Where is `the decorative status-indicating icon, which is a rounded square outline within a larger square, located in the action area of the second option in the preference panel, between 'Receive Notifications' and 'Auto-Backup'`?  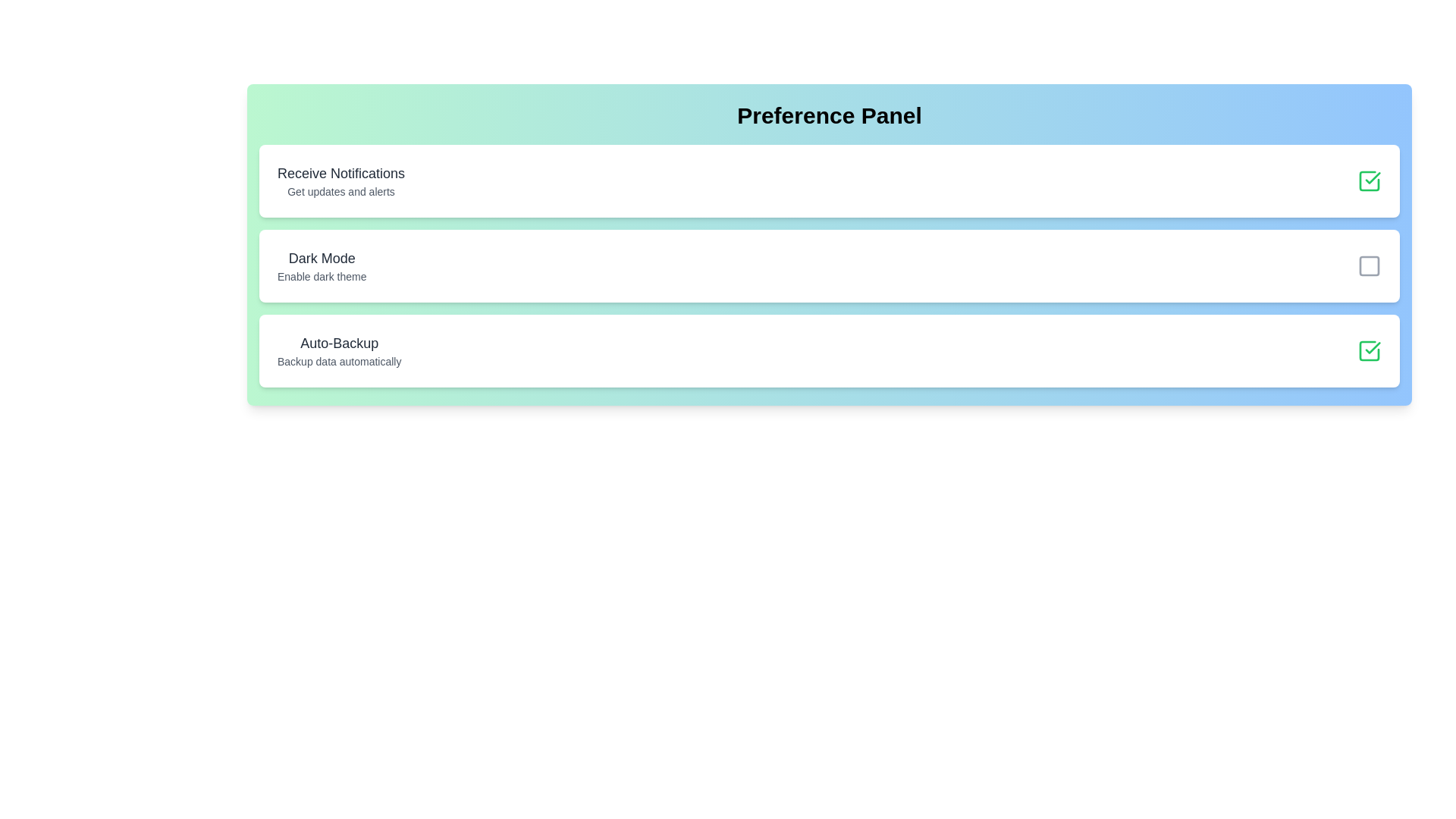 the decorative status-indicating icon, which is a rounded square outline within a larger square, located in the action area of the second option in the preference panel, between 'Receive Notifications' and 'Auto-Backup' is located at coordinates (1369, 265).